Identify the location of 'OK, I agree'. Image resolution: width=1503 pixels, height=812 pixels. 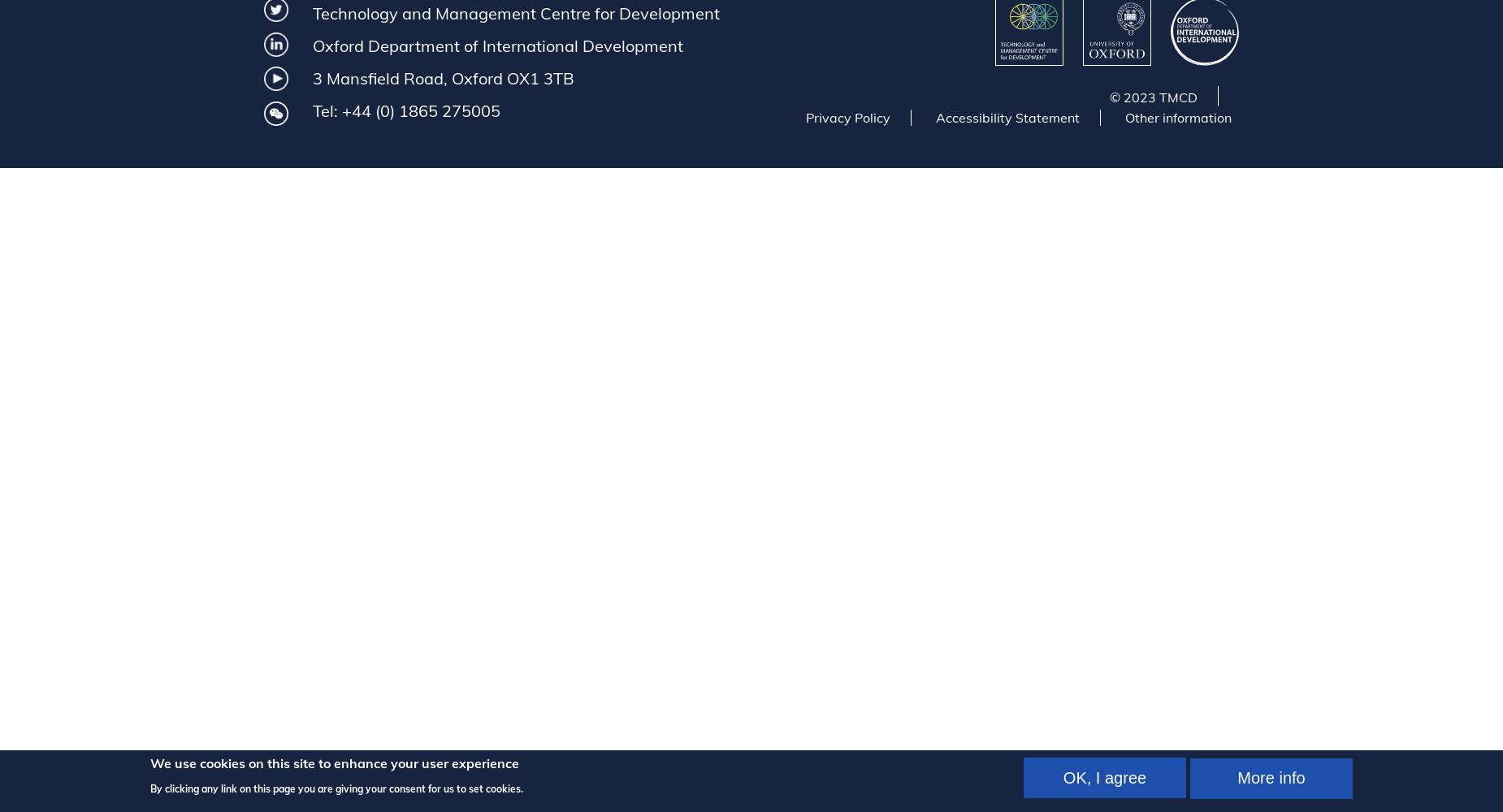
(1103, 776).